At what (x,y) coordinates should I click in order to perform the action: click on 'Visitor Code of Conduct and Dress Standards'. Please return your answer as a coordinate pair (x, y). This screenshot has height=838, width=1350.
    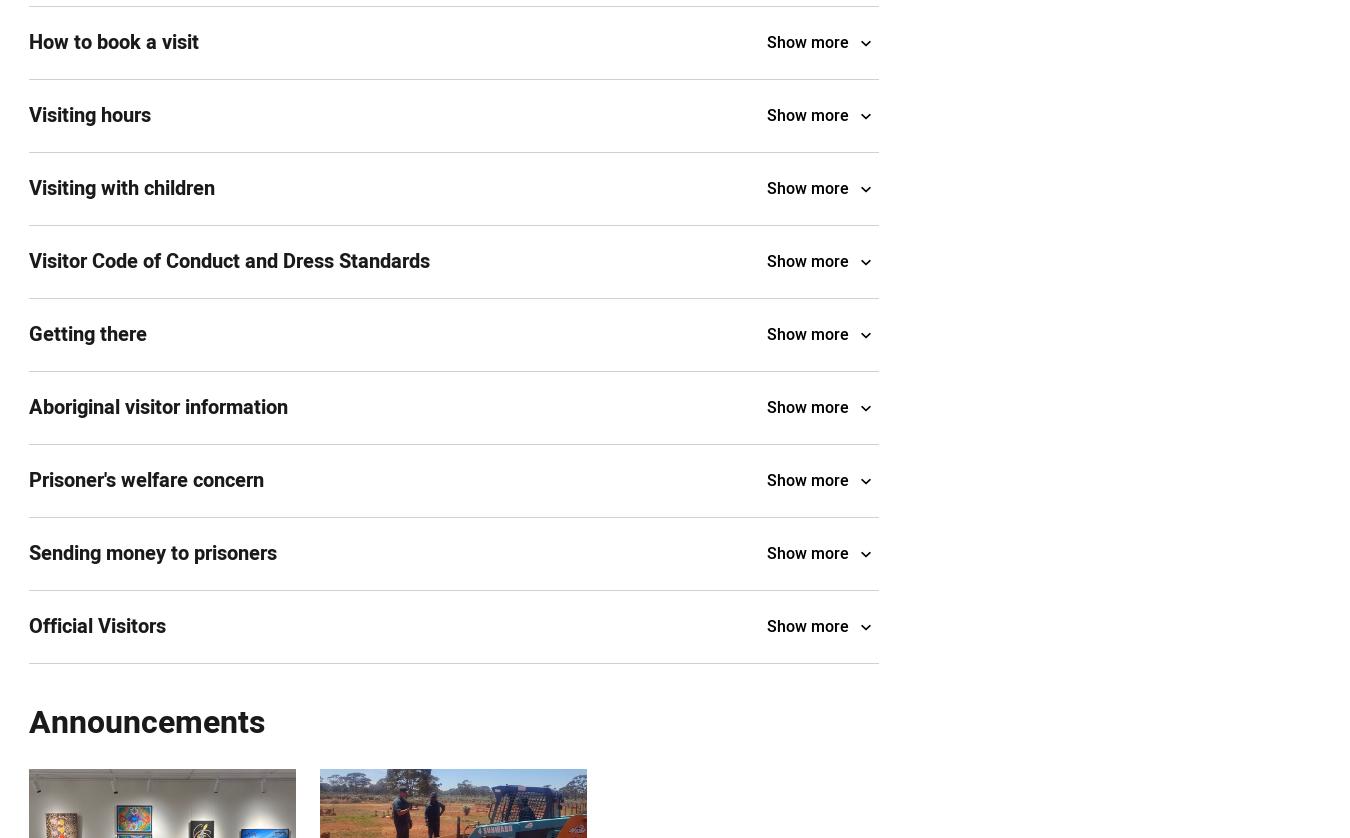
    Looking at the image, I should click on (228, 260).